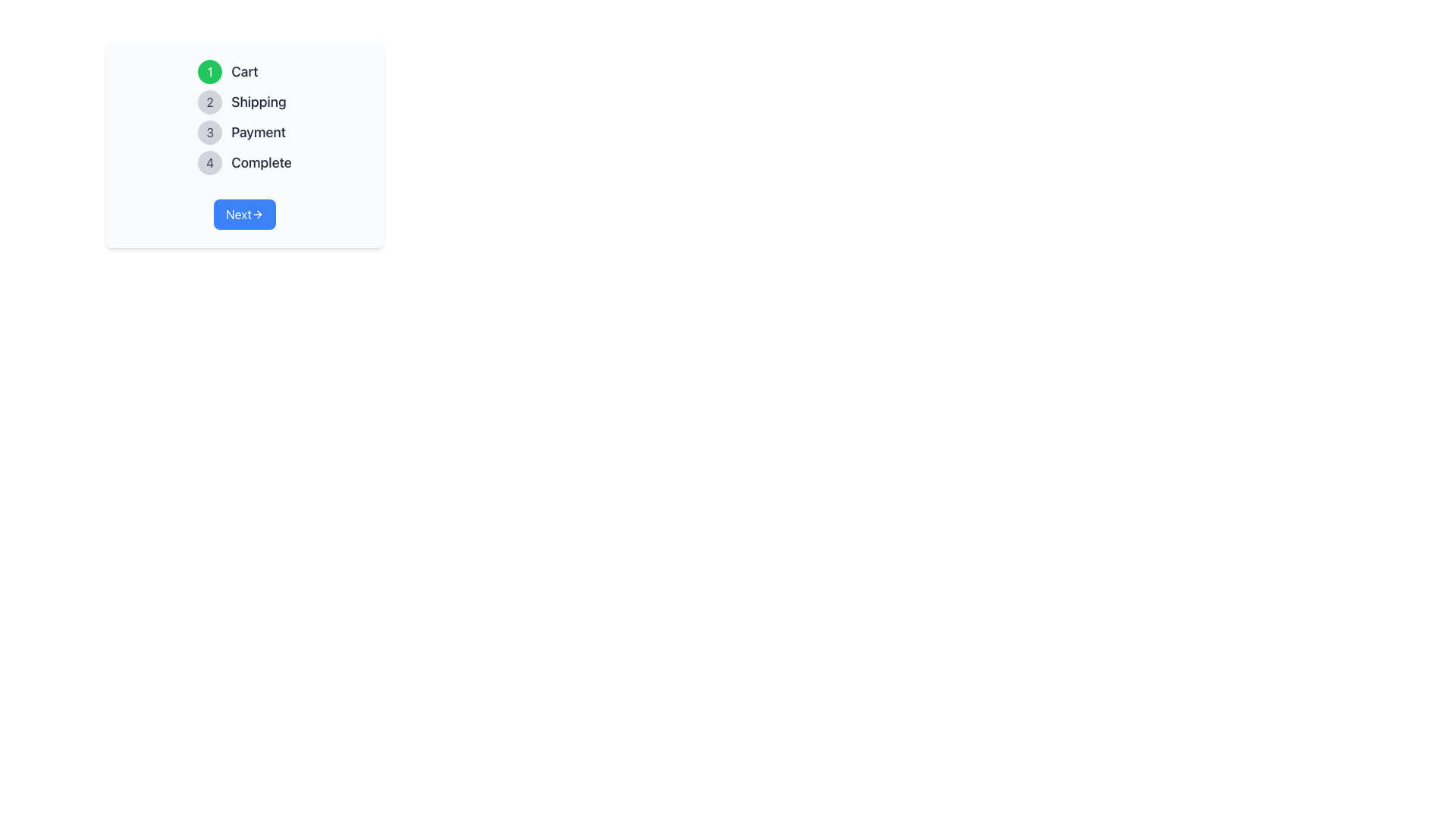  I want to click on the label of the vertical progress stepper, specifically on the icon with the number and label 'Cart', 'Shipping', 'Payment', or 'Complete', so click(244, 116).